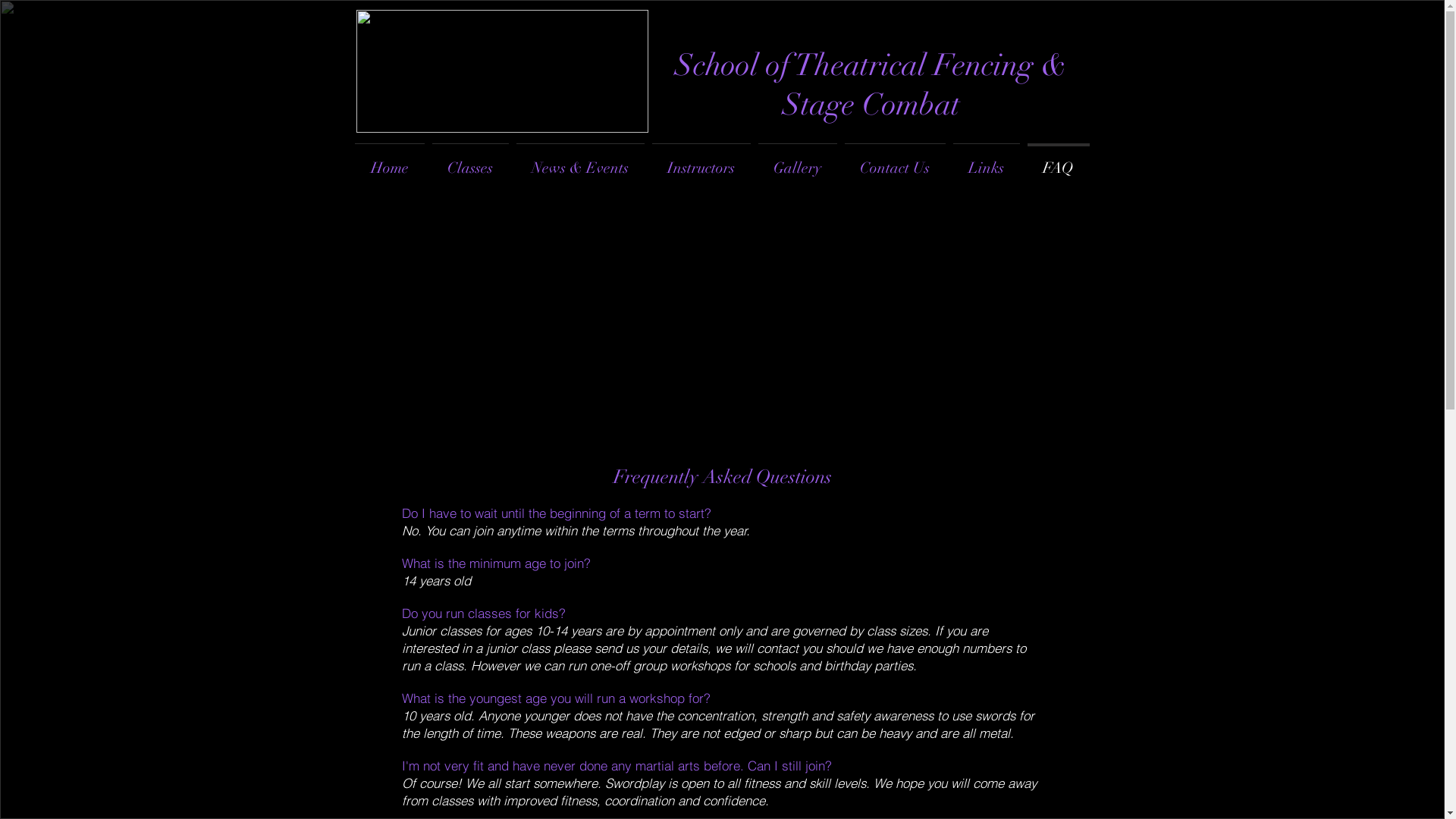 The image size is (1456, 819). What do you see at coordinates (699, 161) in the screenshot?
I see `'Instructors'` at bounding box center [699, 161].